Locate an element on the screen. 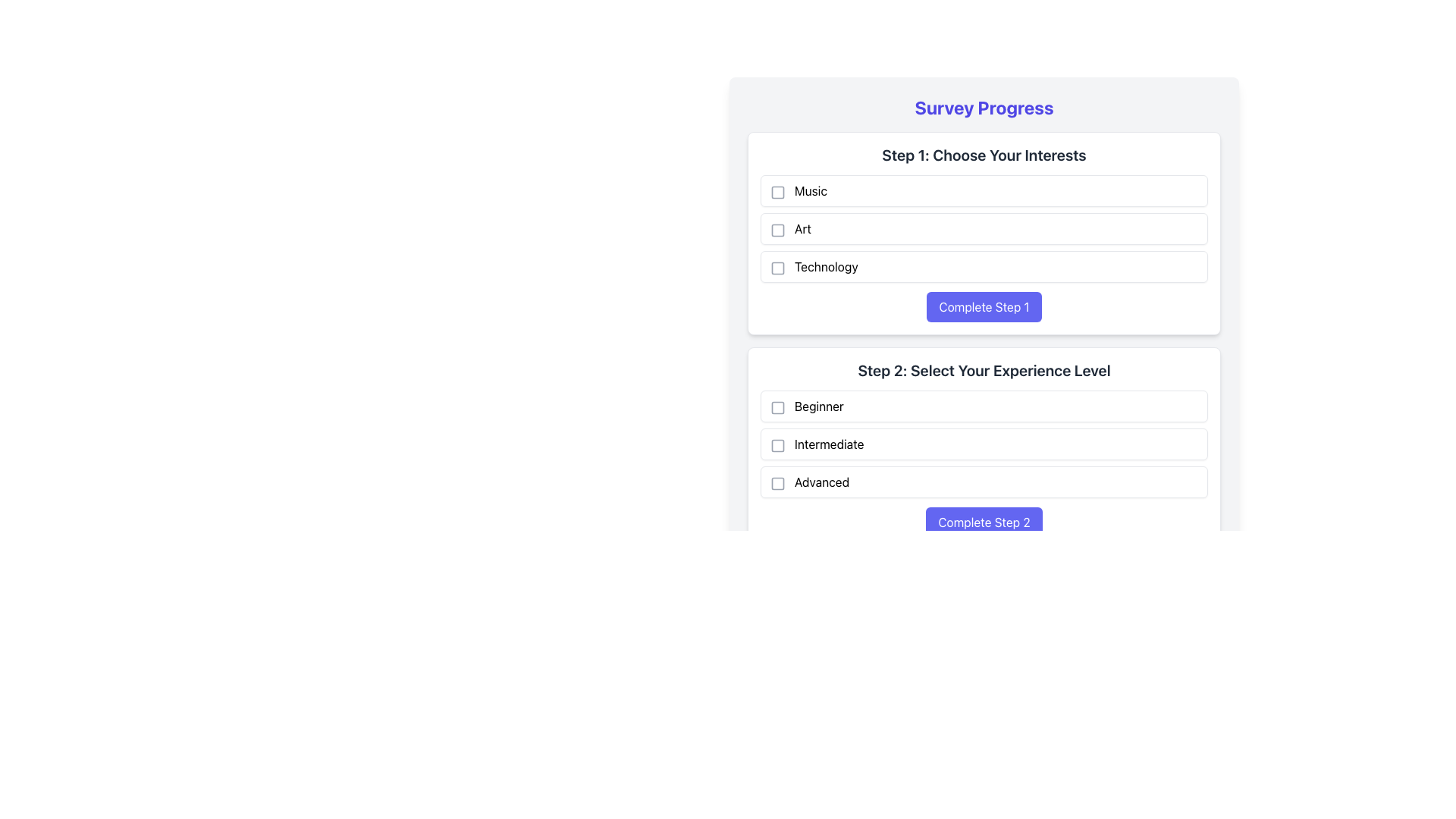 This screenshot has height=819, width=1456. the 'Technology' checkbox in the survey form is located at coordinates (984, 265).